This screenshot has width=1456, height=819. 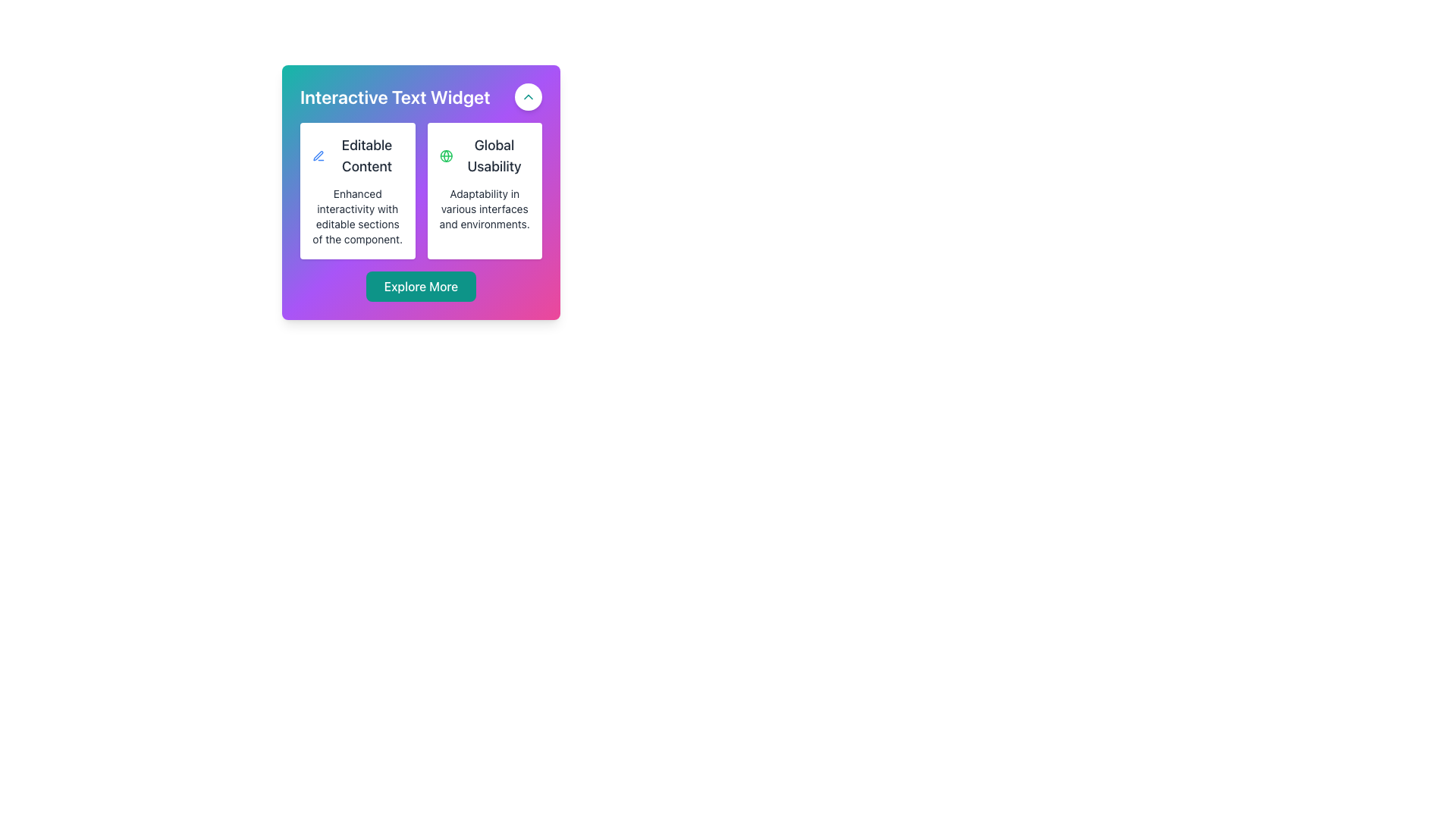 I want to click on the globe icon with a green color and bold stroke, which is located to the left of the 'Global Usability' text, so click(x=445, y=155).